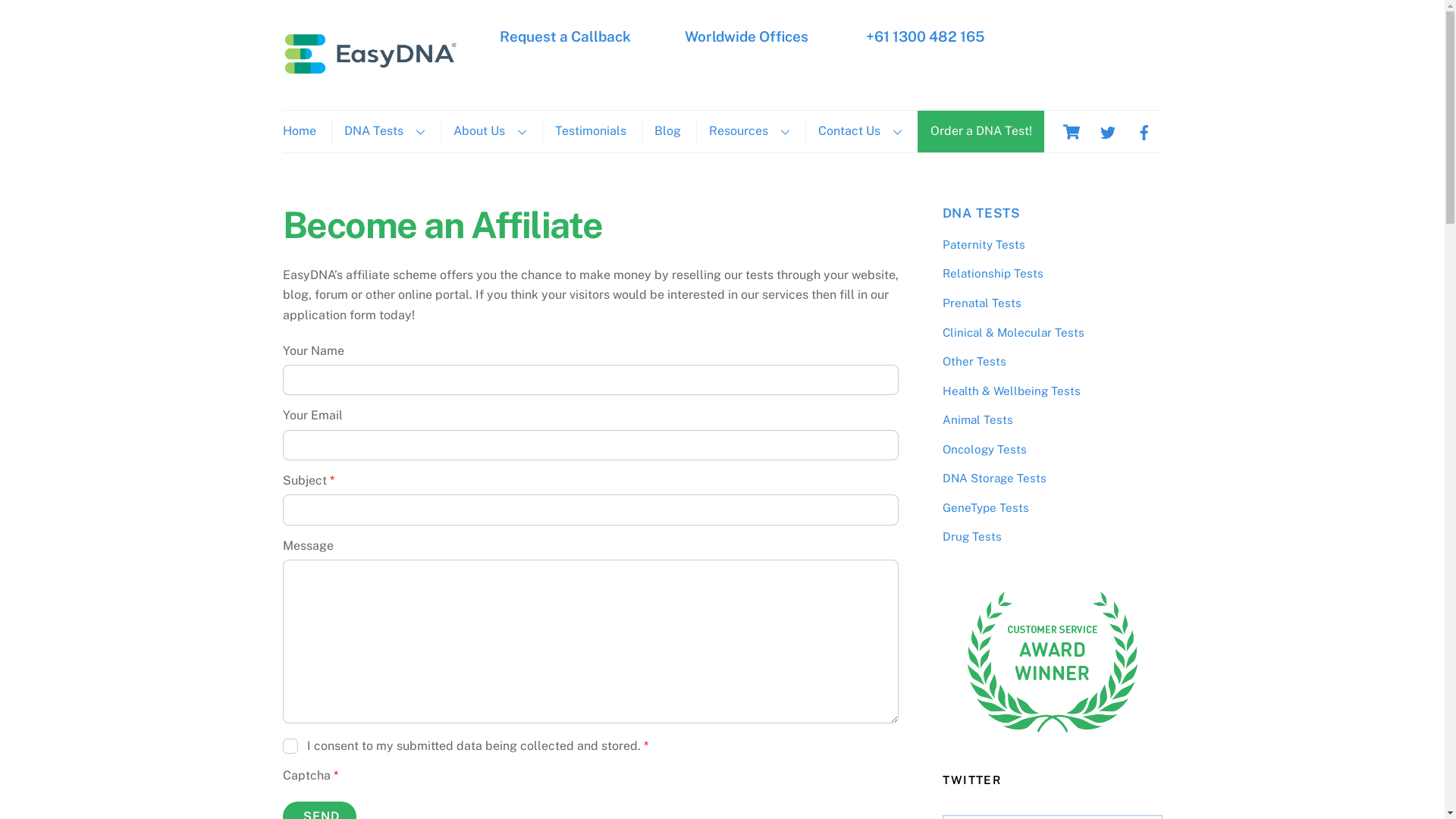 The height and width of the screenshot is (819, 1456). What do you see at coordinates (981, 303) in the screenshot?
I see `'Prenatal Tests'` at bounding box center [981, 303].